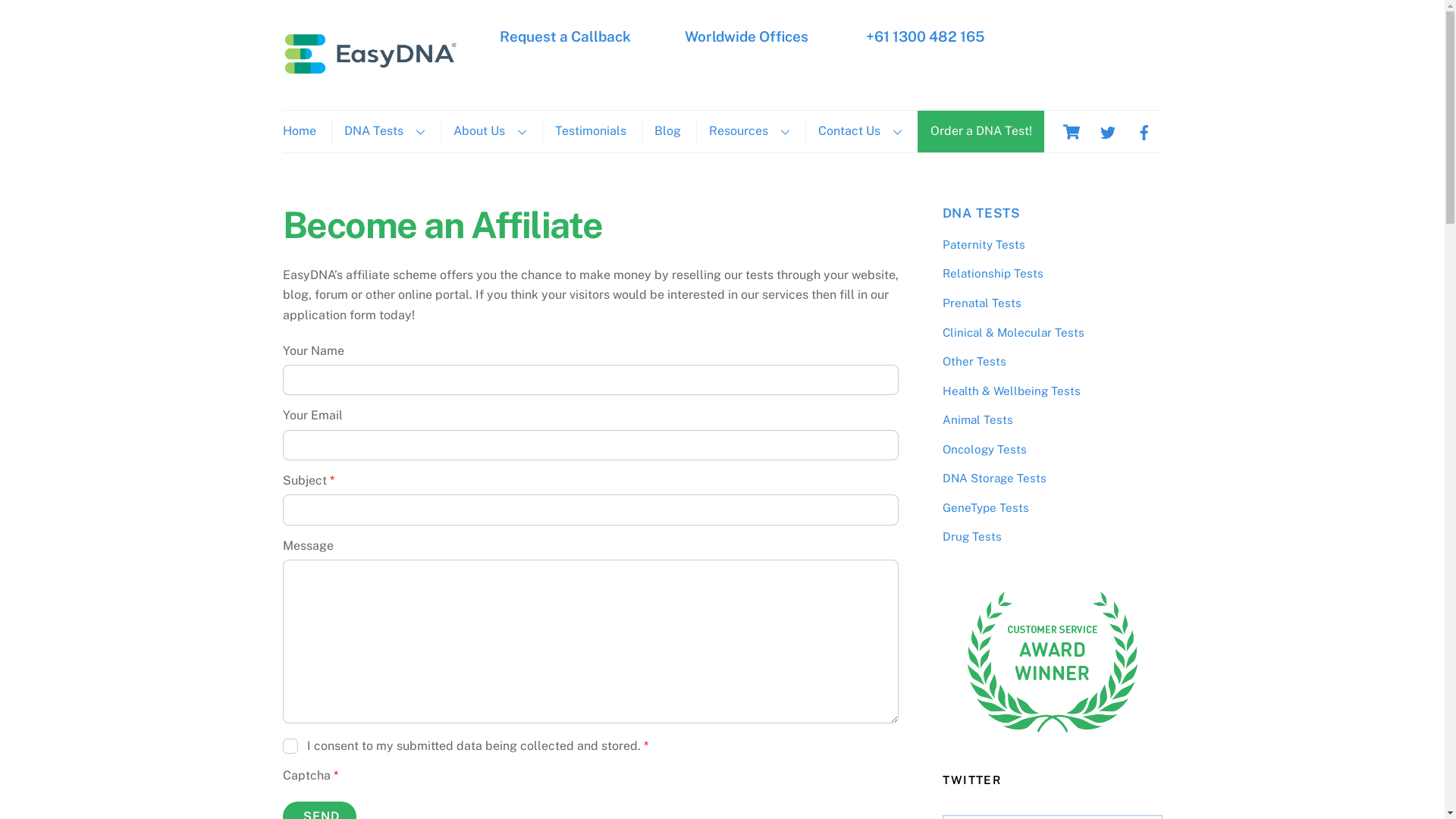 The height and width of the screenshot is (819, 1456). What do you see at coordinates (981, 303) in the screenshot?
I see `'Prenatal Tests'` at bounding box center [981, 303].